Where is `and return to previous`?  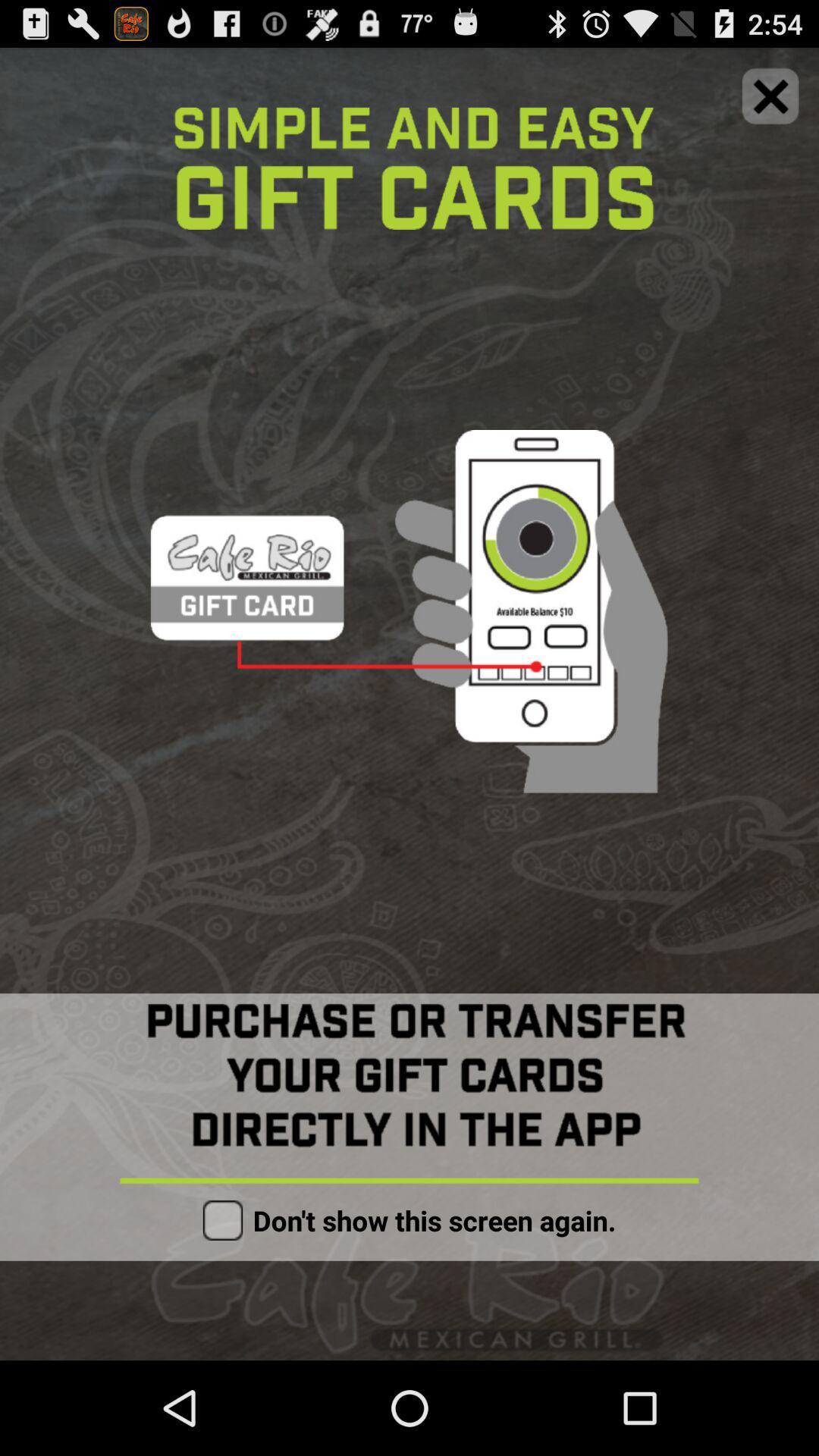 and return to previous is located at coordinates (770, 95).